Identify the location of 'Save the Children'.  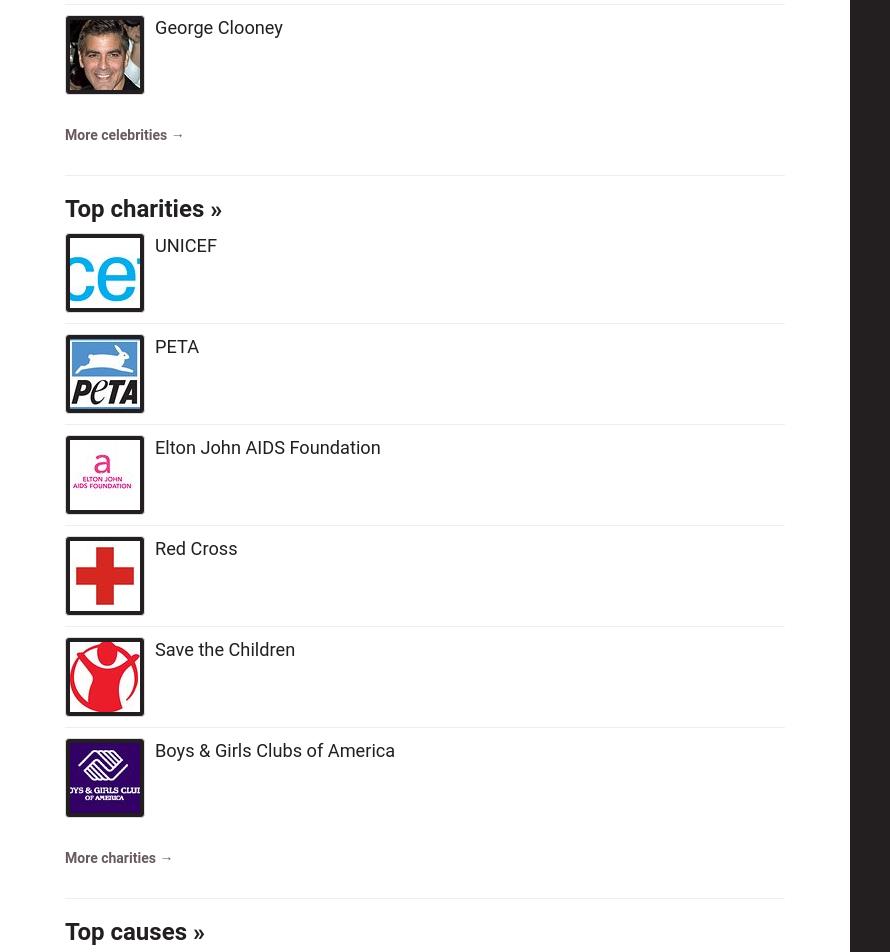
(223, 648).